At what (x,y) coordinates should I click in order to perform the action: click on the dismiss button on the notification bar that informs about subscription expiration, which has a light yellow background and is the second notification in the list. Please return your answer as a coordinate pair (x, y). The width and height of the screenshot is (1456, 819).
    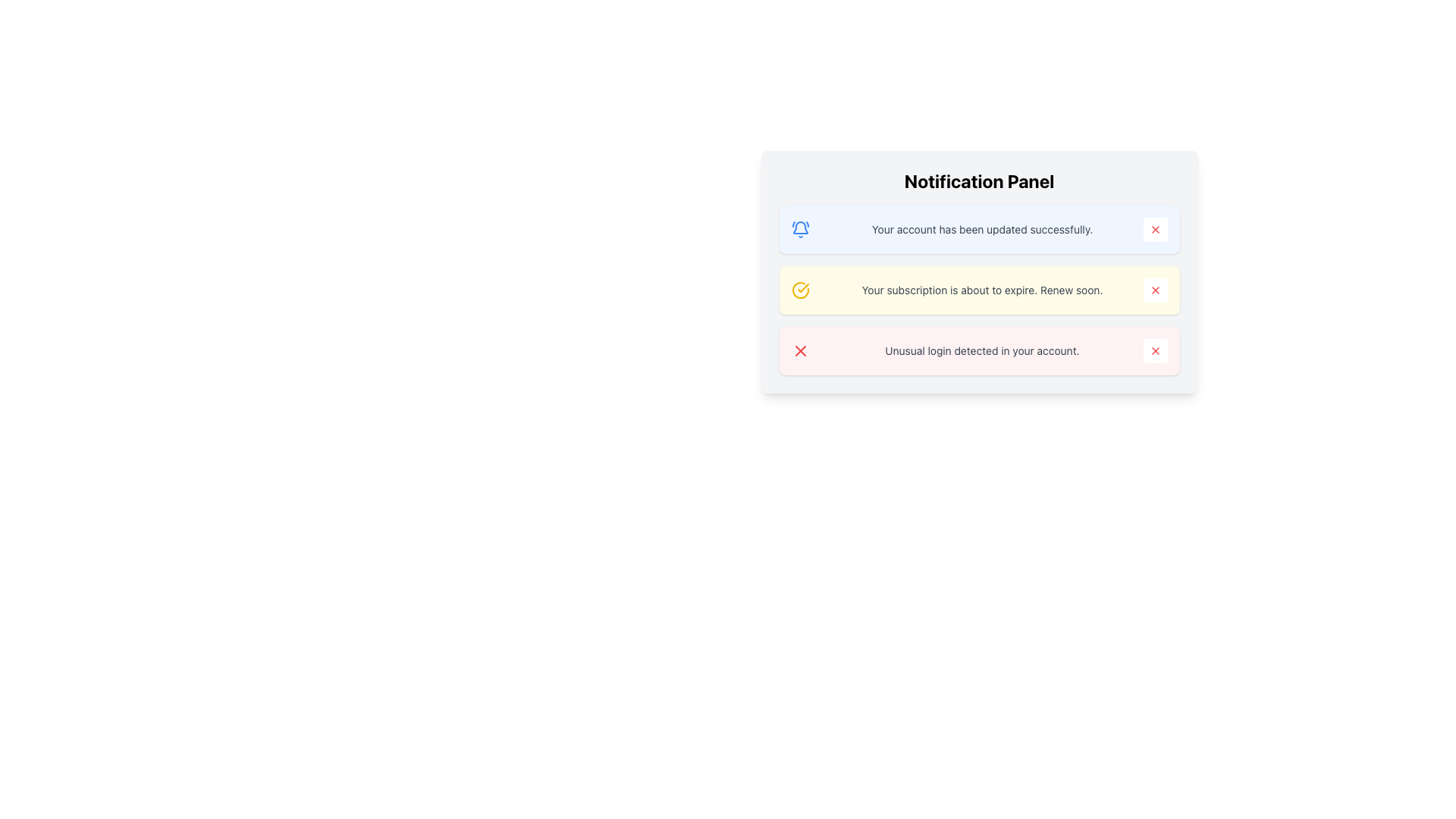
    Looking at the image, I should click on (979, 290).